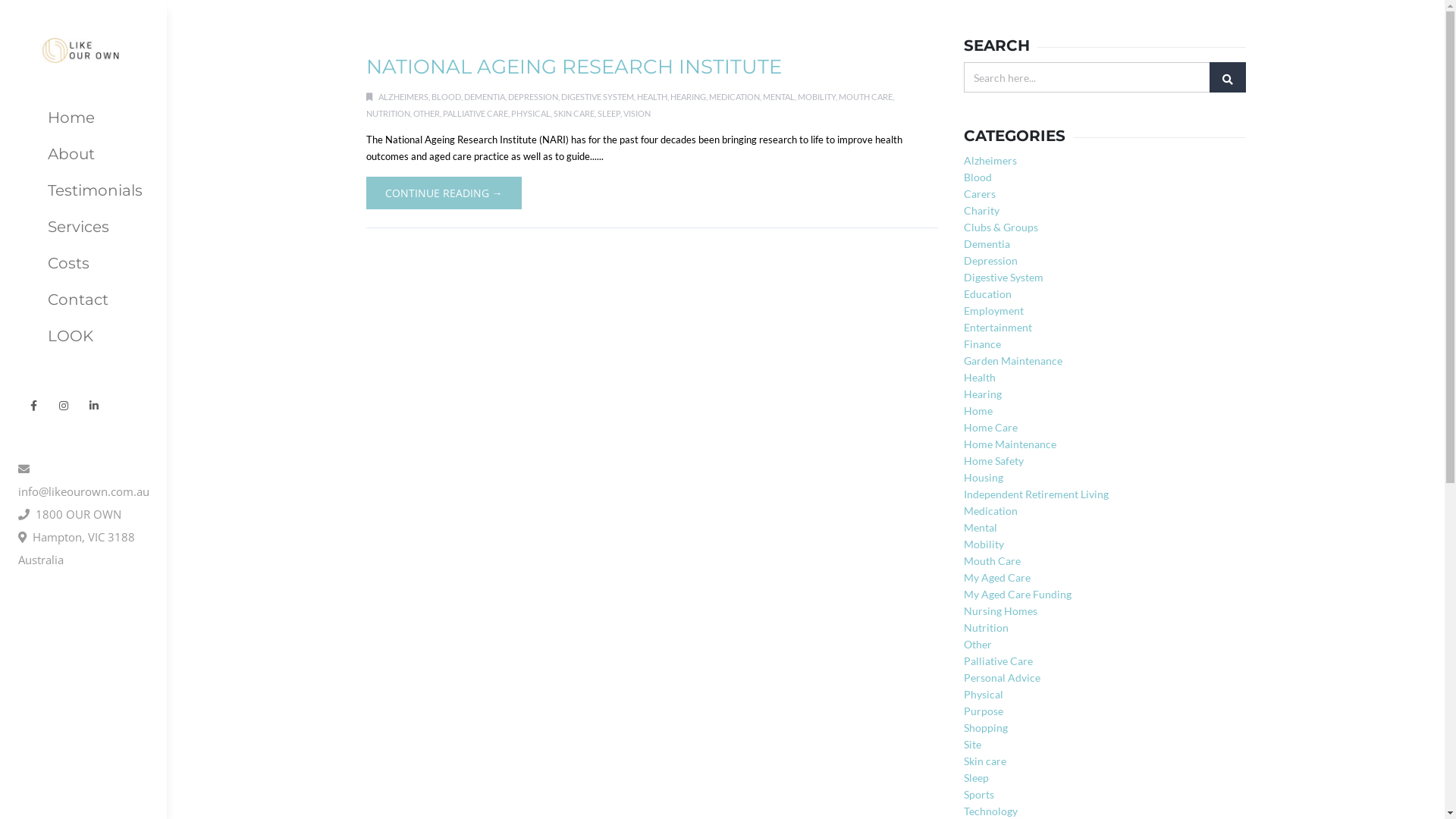 Image resolution: width=1456 pixels, height=819 pixels. Describe the element at coordinates (986, 726) in the screenshot. I see `'Shopping'` at that location.